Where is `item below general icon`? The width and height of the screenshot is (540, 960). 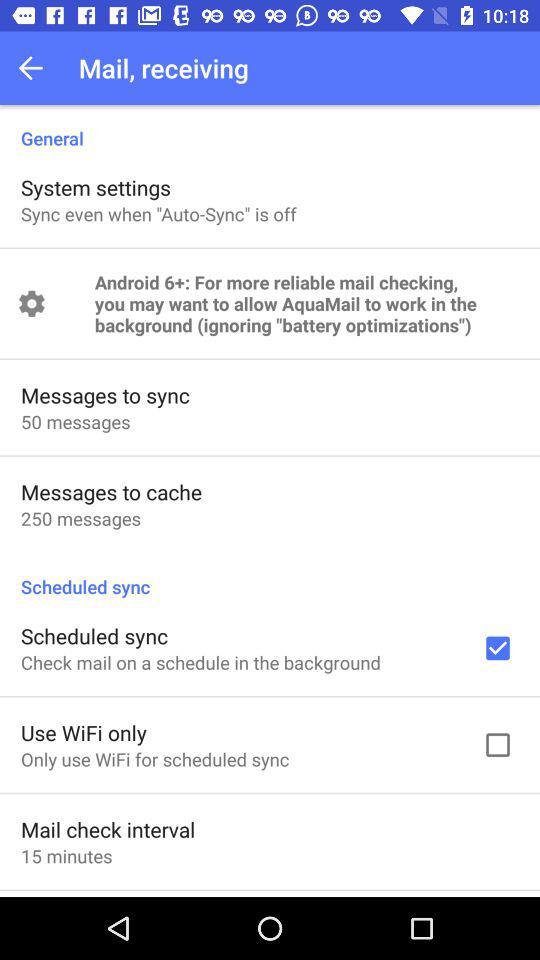
item below general icon is located at coordinates (95, 187).